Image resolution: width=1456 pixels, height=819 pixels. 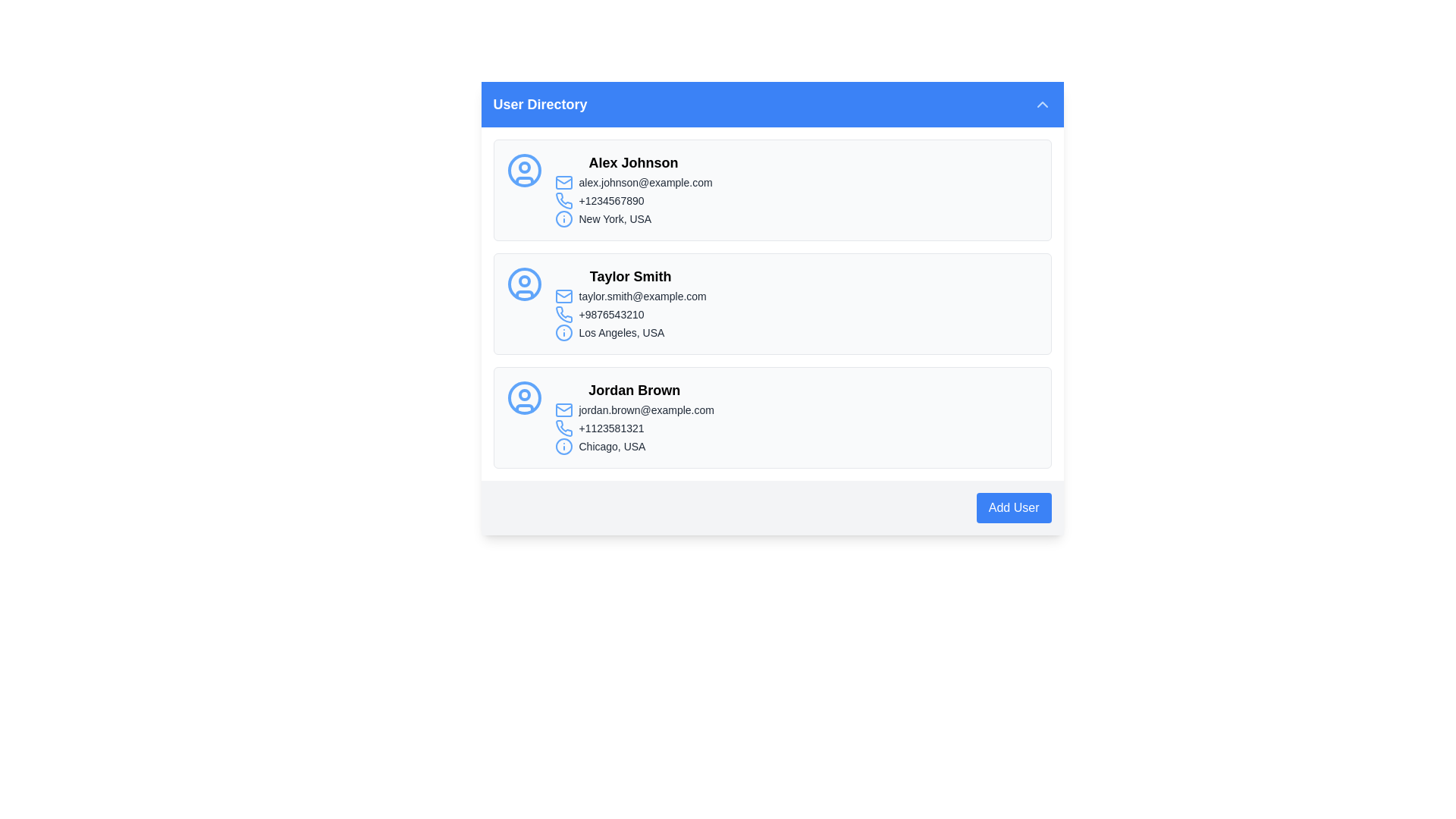 What do you see at coordinates (524, 397) in the screenshot?
I see `the circular outline of the user icon for Jordan Brown, which is the largest circle in the SVG representation` at bounding box center [524, 397].